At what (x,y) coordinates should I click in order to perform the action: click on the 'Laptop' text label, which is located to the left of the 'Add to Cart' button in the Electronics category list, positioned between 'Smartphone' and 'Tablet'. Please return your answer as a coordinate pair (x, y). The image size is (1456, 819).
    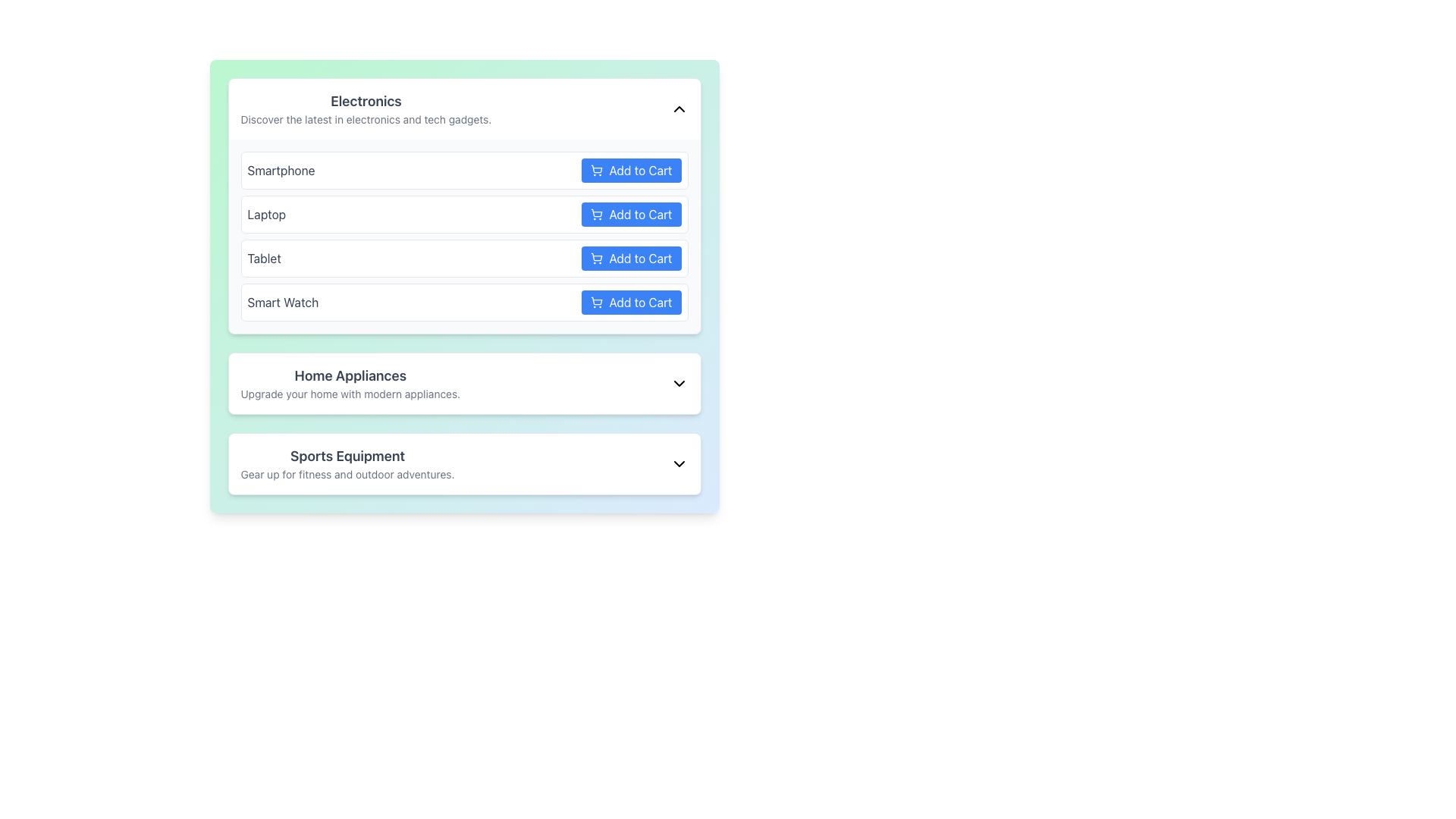
    Looking at the image, I should click on (266, 214).